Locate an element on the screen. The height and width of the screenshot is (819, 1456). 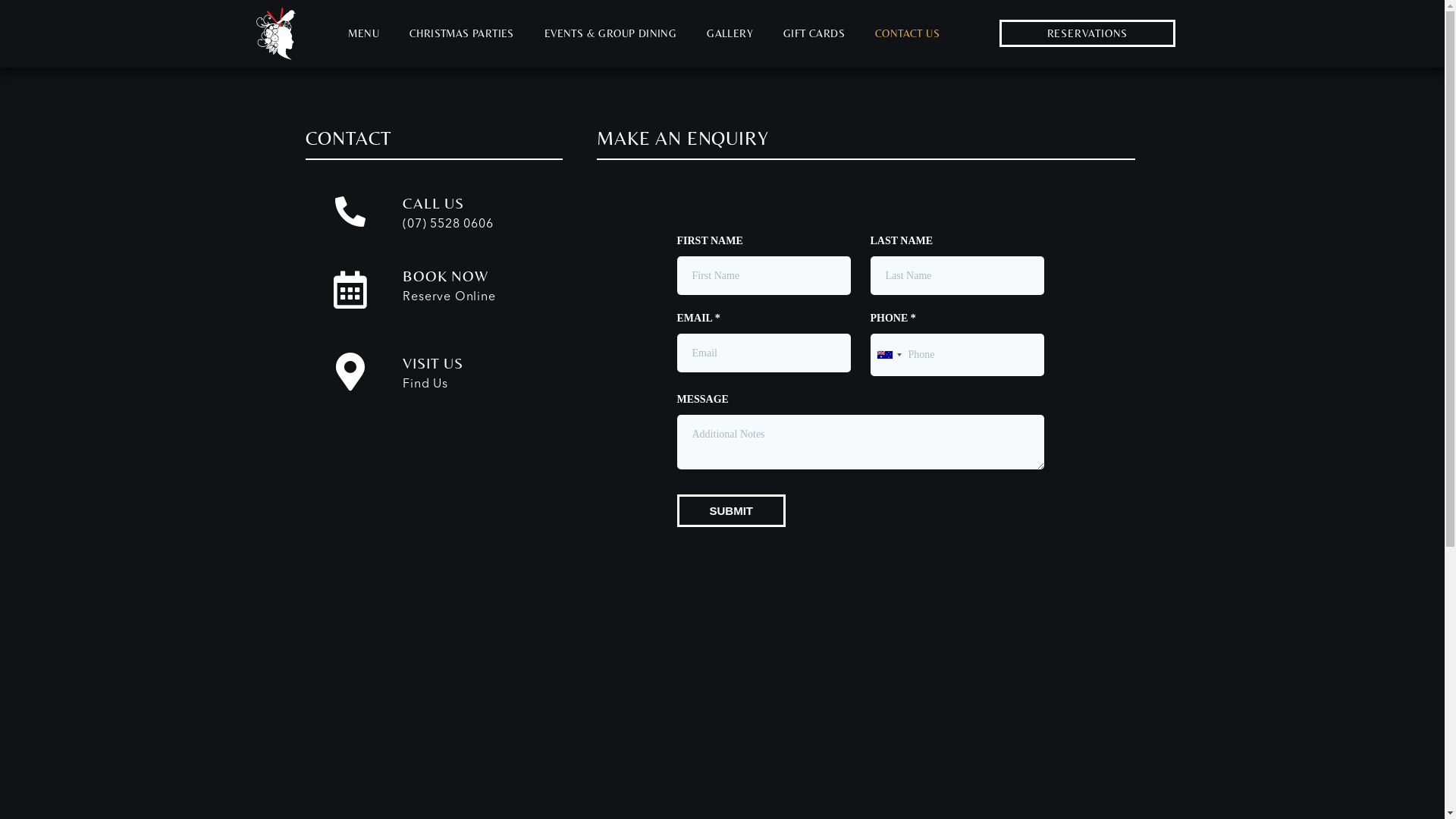
'GALLERY' is located at coordinates (730, 33).